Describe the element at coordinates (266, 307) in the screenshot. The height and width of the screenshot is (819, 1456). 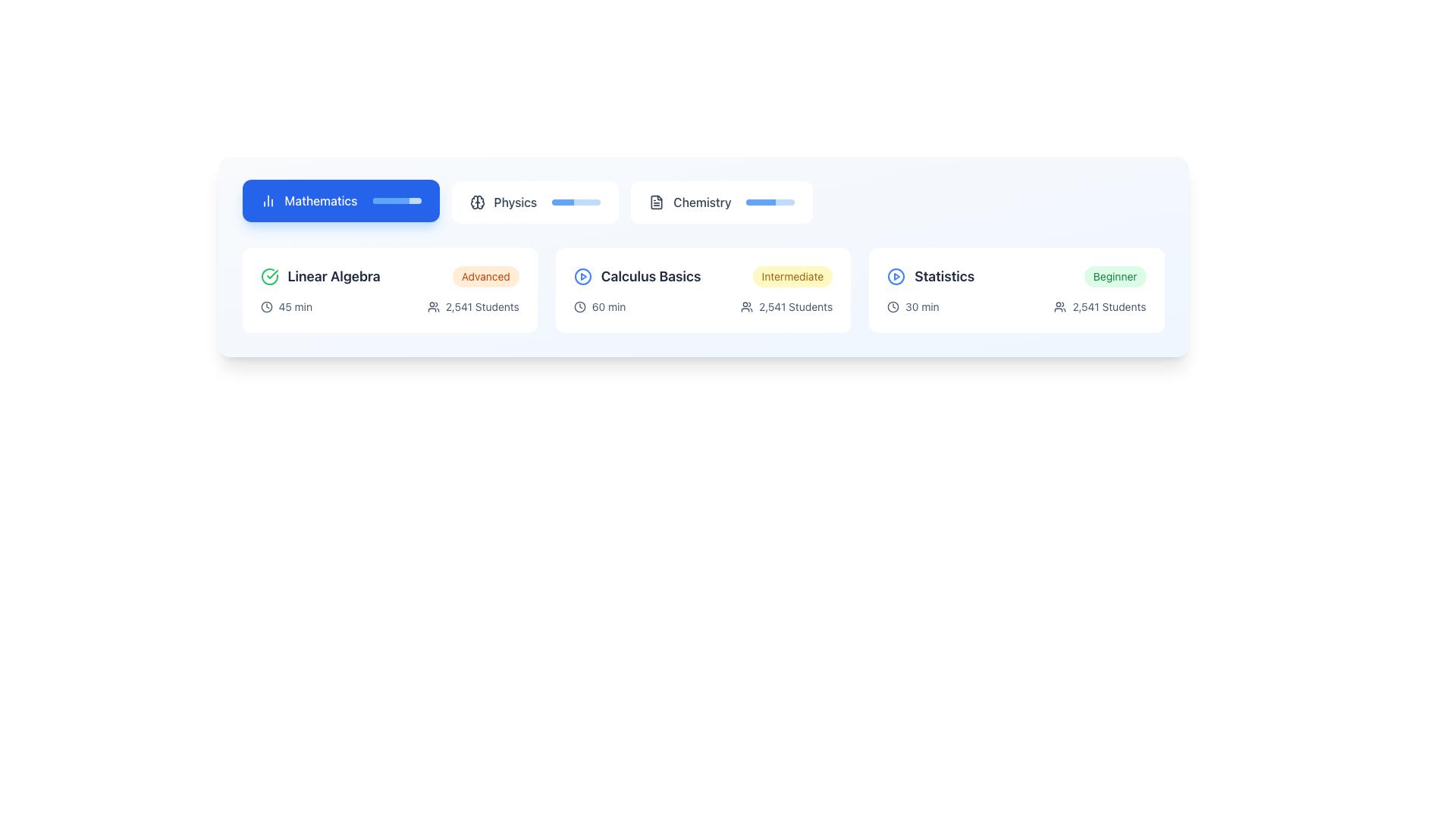
I see `the time icon that visually represents the duration of the associated course, located to the left of the text '45 min' under the 'Linear Algebra' course title` at that location.